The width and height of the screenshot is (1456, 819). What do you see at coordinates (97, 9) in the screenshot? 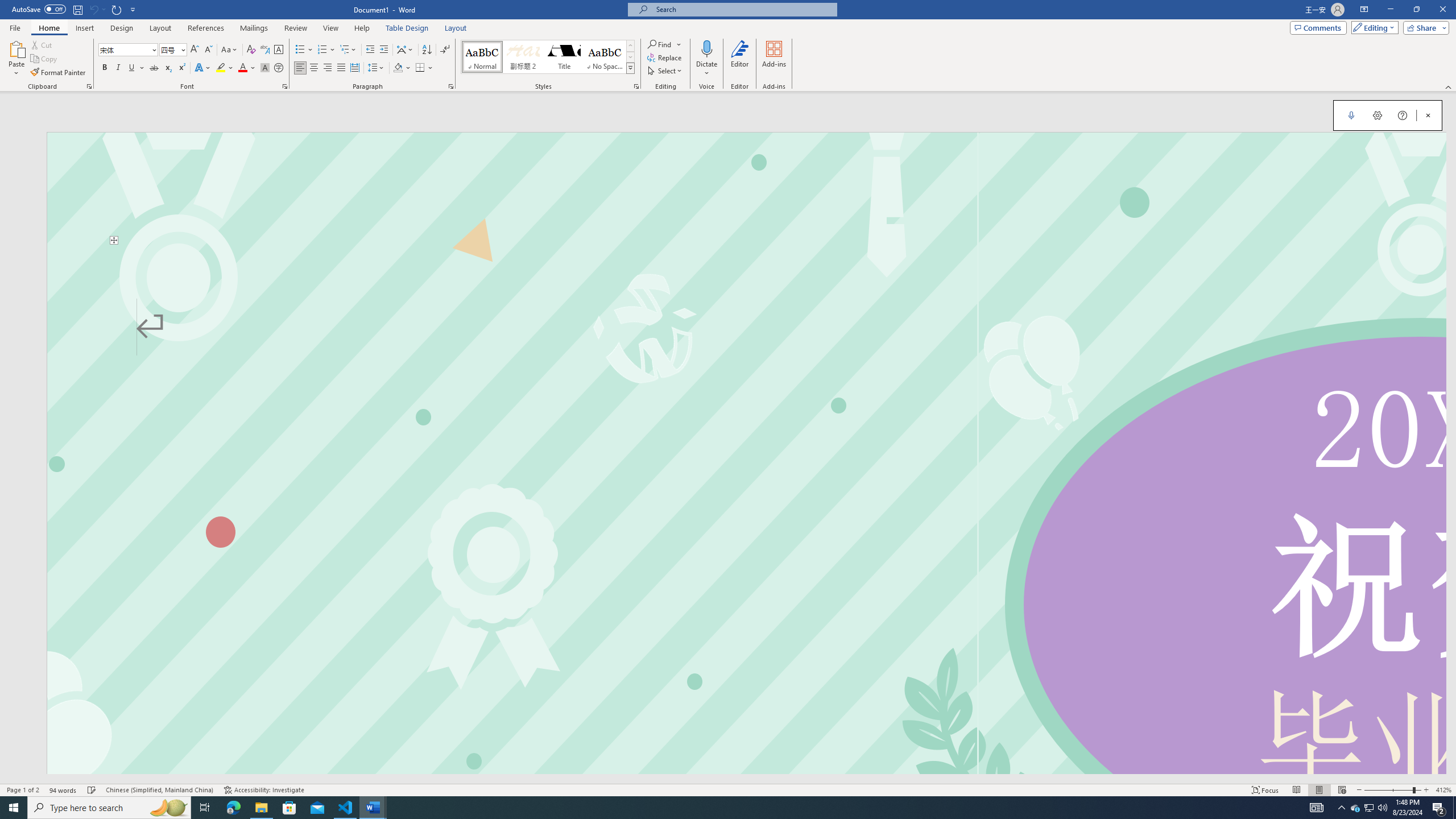
I see `'Can'` at bounding box center [97, 9].